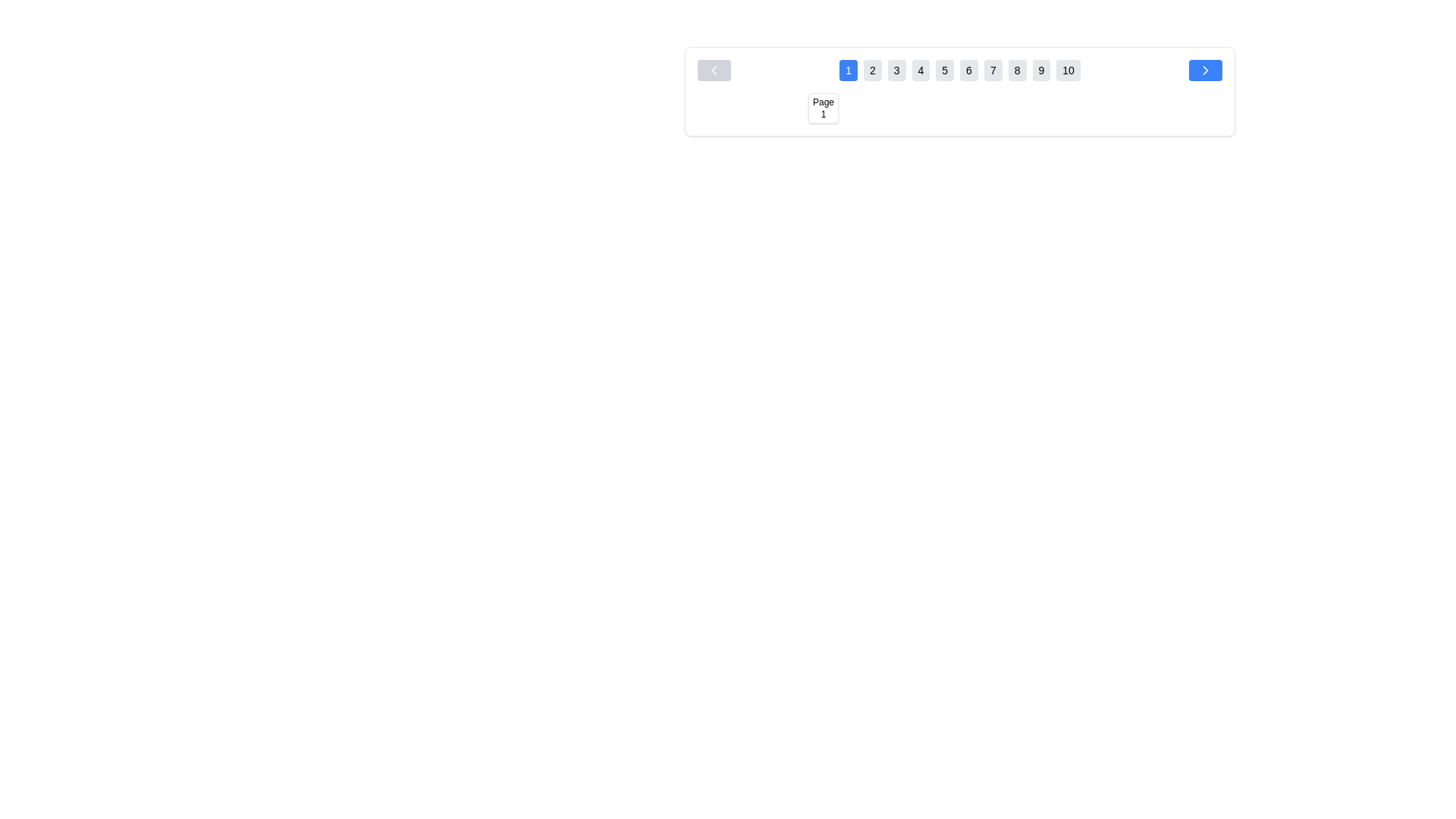 The width and height of the screenshot is (1456, 819). I want to click on the pagination button representing page number 6, so click(975, 107).